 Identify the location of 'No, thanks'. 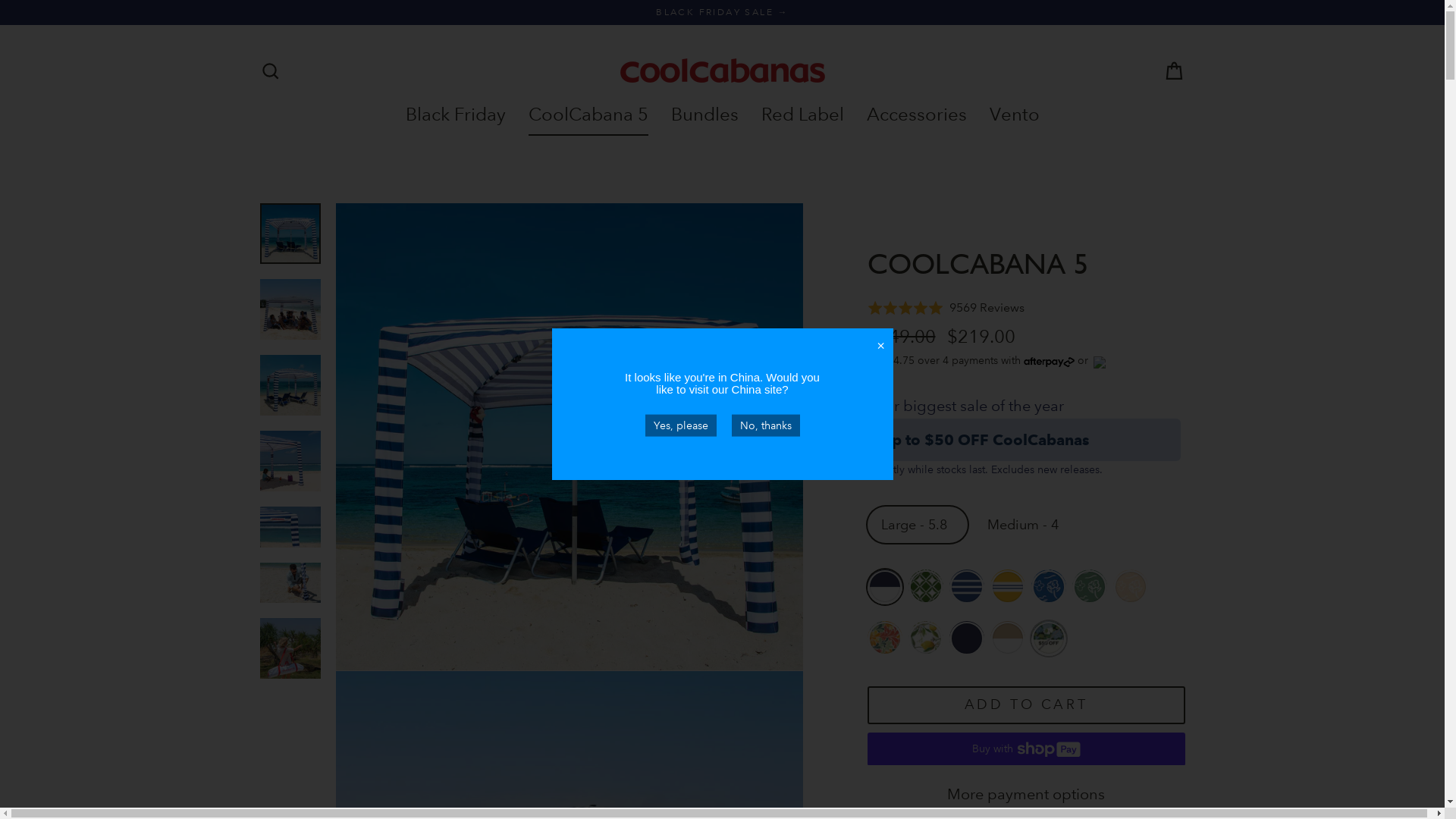
(764, 425).